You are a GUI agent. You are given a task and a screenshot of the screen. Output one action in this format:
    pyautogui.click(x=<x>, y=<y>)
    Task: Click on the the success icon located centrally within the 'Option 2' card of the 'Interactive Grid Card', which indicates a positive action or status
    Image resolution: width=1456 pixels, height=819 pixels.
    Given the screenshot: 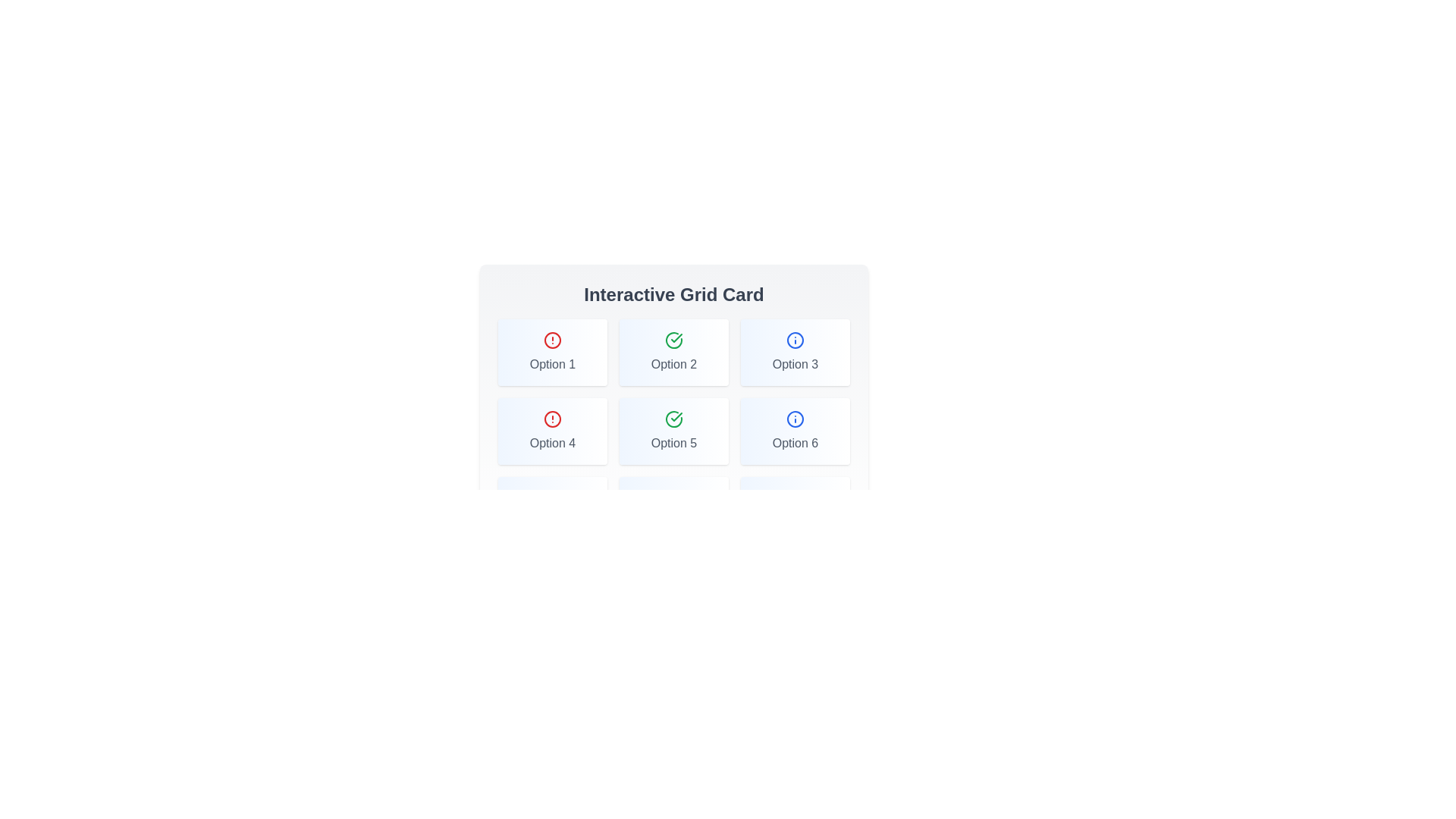 What is the action you would take?
    pyautogui.click(x=673, y=339)
    